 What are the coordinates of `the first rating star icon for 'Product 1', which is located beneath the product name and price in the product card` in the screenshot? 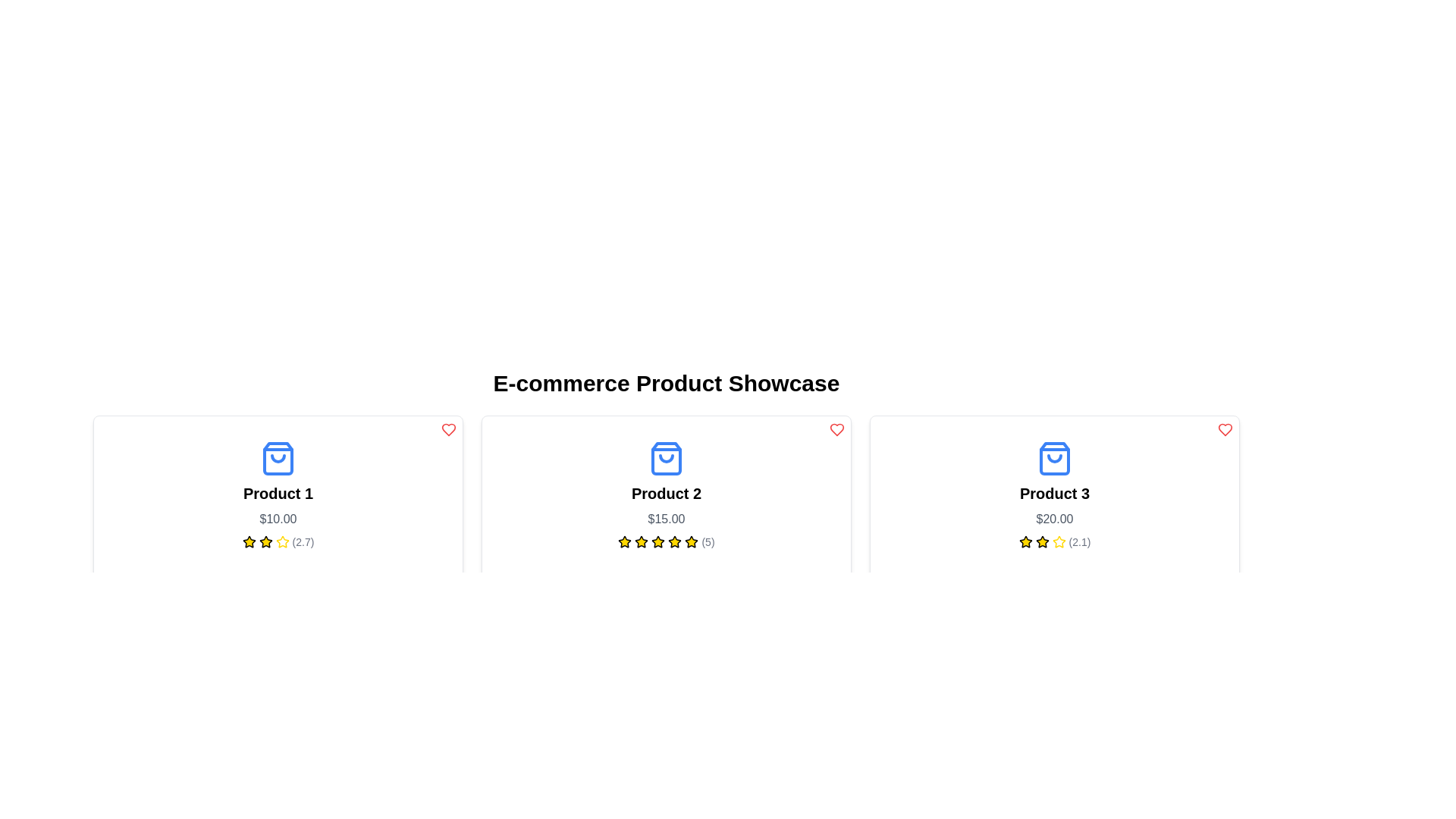 It's located at (249, 541).